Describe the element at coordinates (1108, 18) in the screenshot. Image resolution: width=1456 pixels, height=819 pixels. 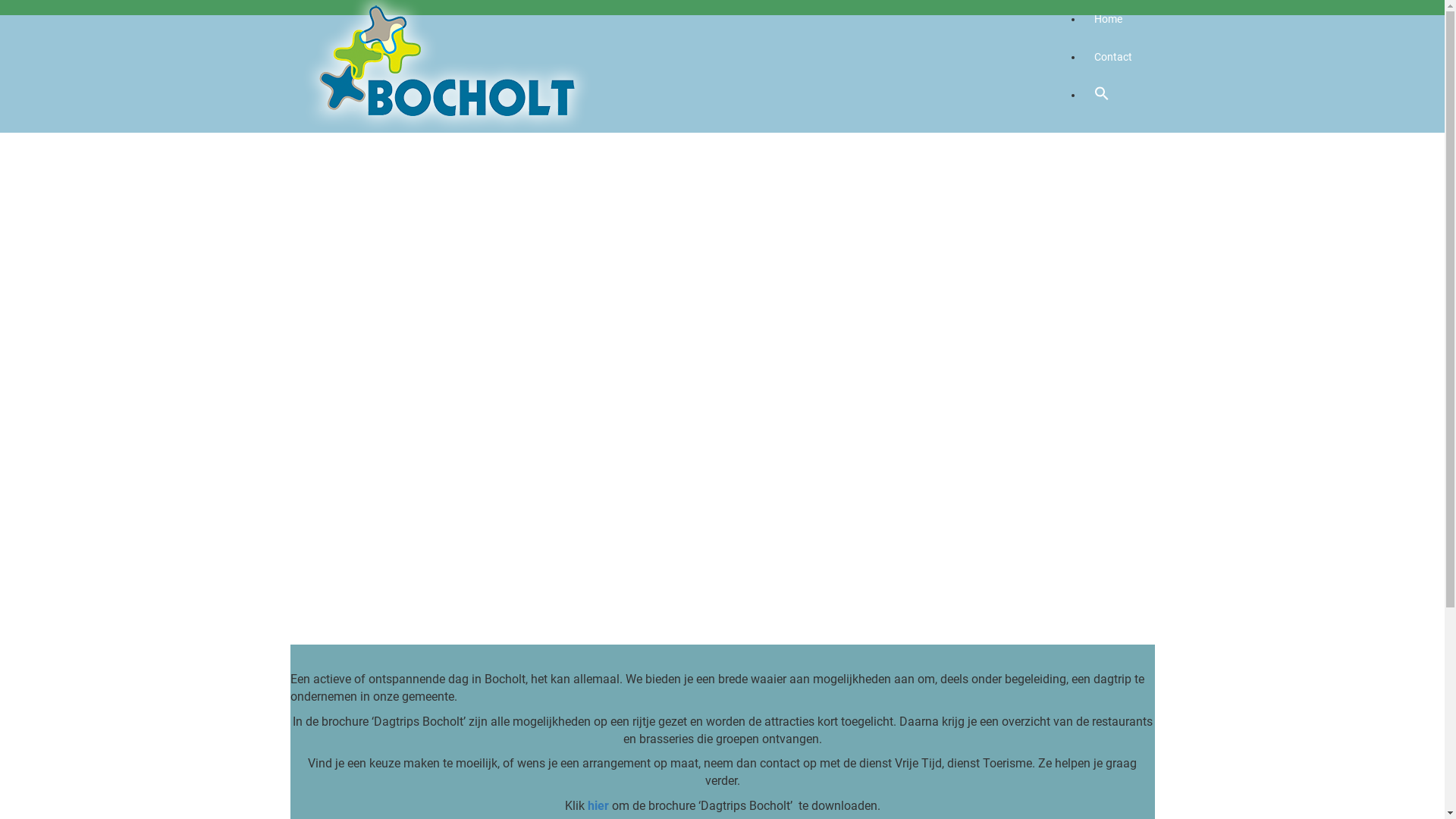
I see `'Home'` at that location.